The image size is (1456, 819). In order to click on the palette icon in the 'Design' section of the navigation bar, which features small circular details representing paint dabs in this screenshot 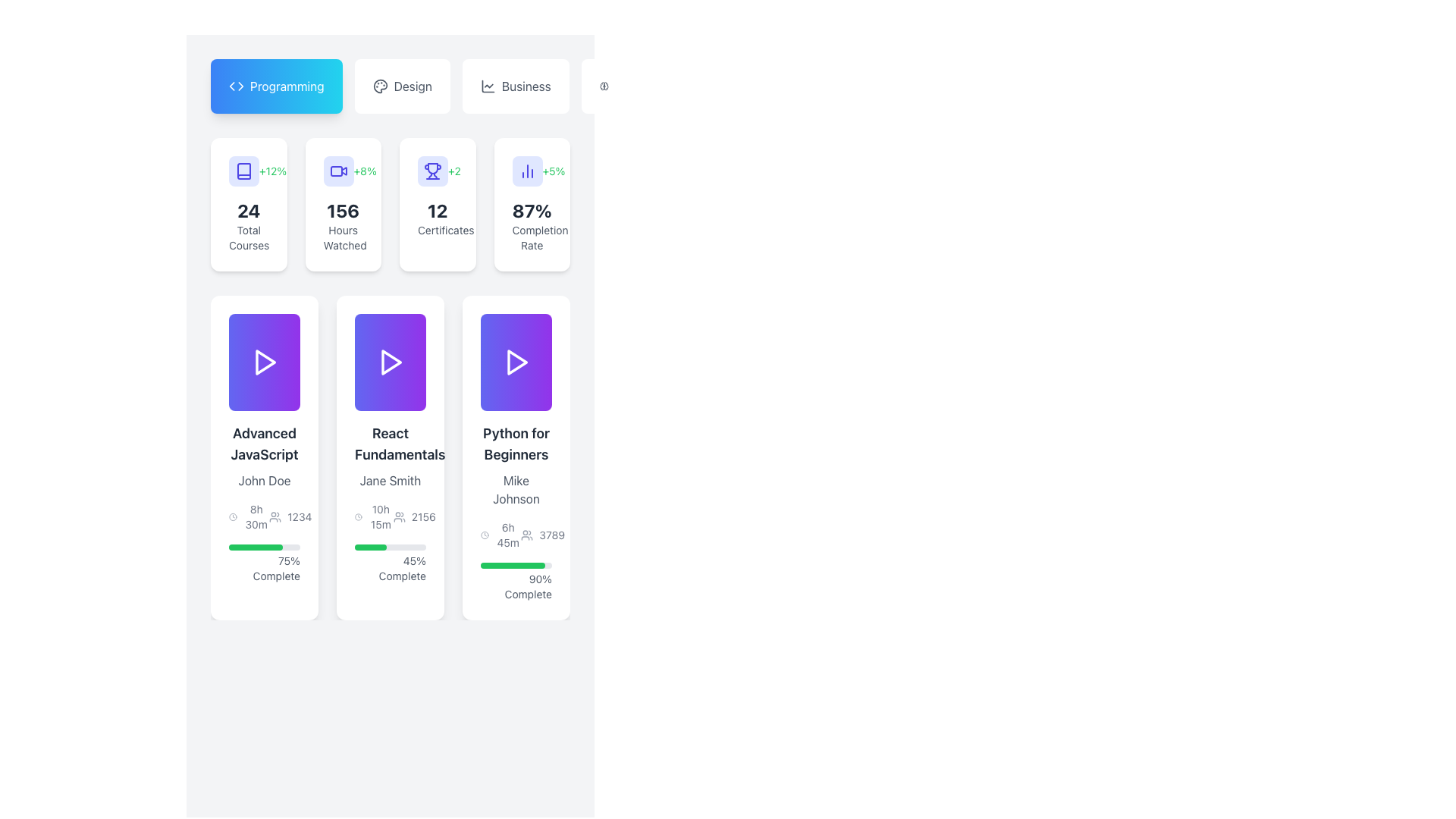, I will do `click(380, 86)`.